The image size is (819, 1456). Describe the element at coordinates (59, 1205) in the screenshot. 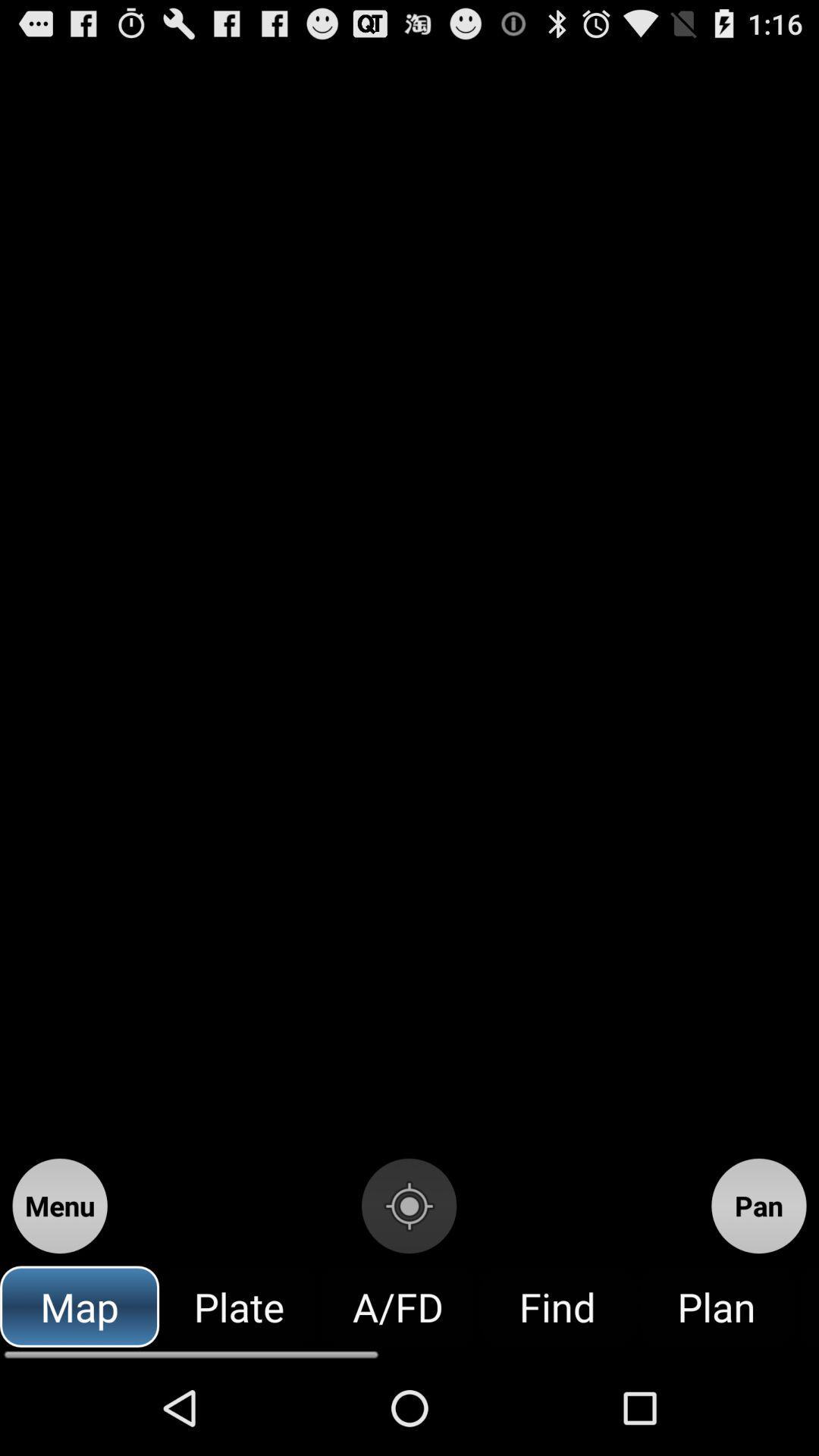

I see `item above the map icon` at that location.